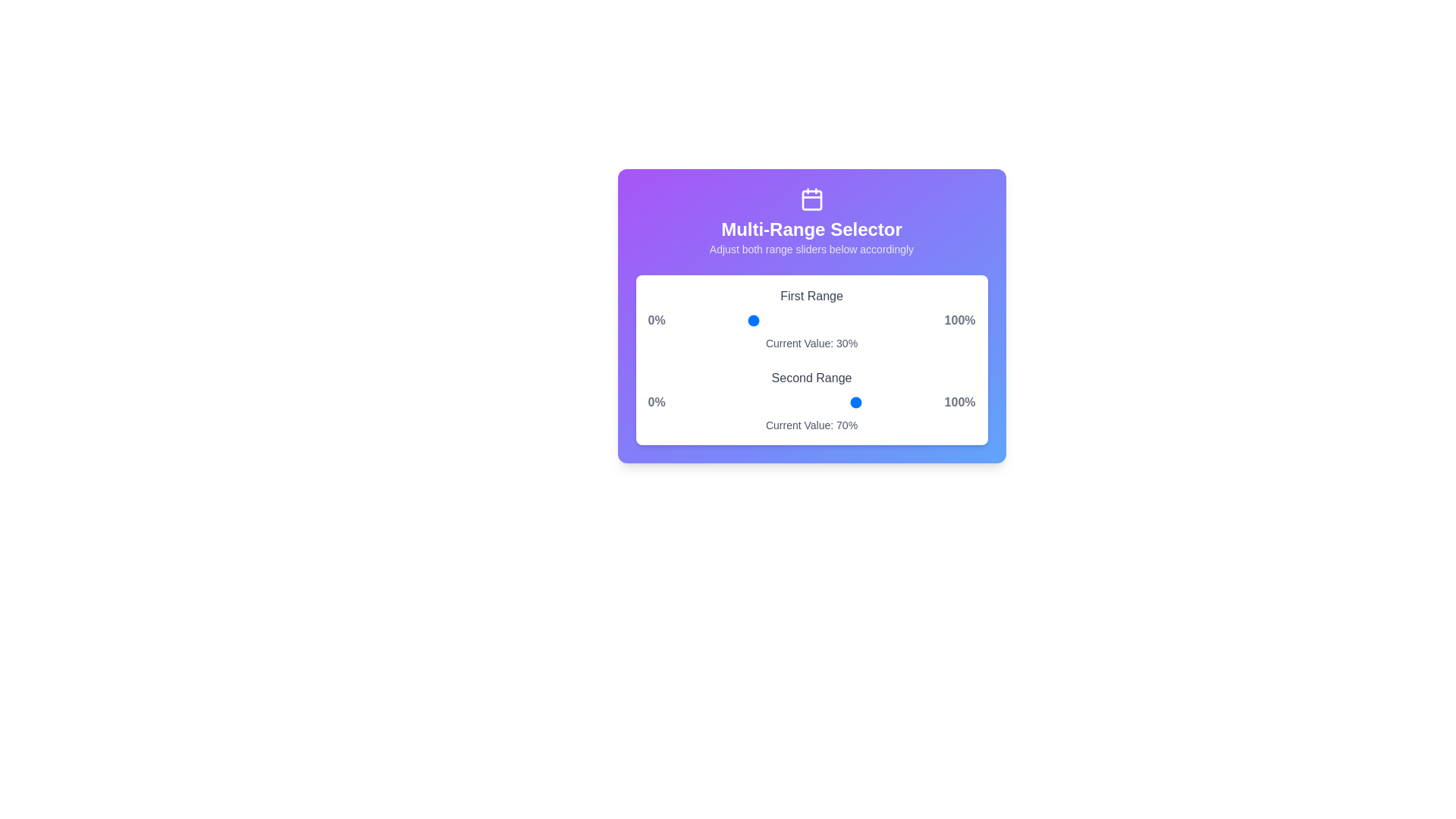 The height and width of the screenshot is (819, 1456). I want to click on instructions provided by the instruction label located below the 'Multi-Range Selector' text, which is centered within the purple gradient background card, so click(811, 248).